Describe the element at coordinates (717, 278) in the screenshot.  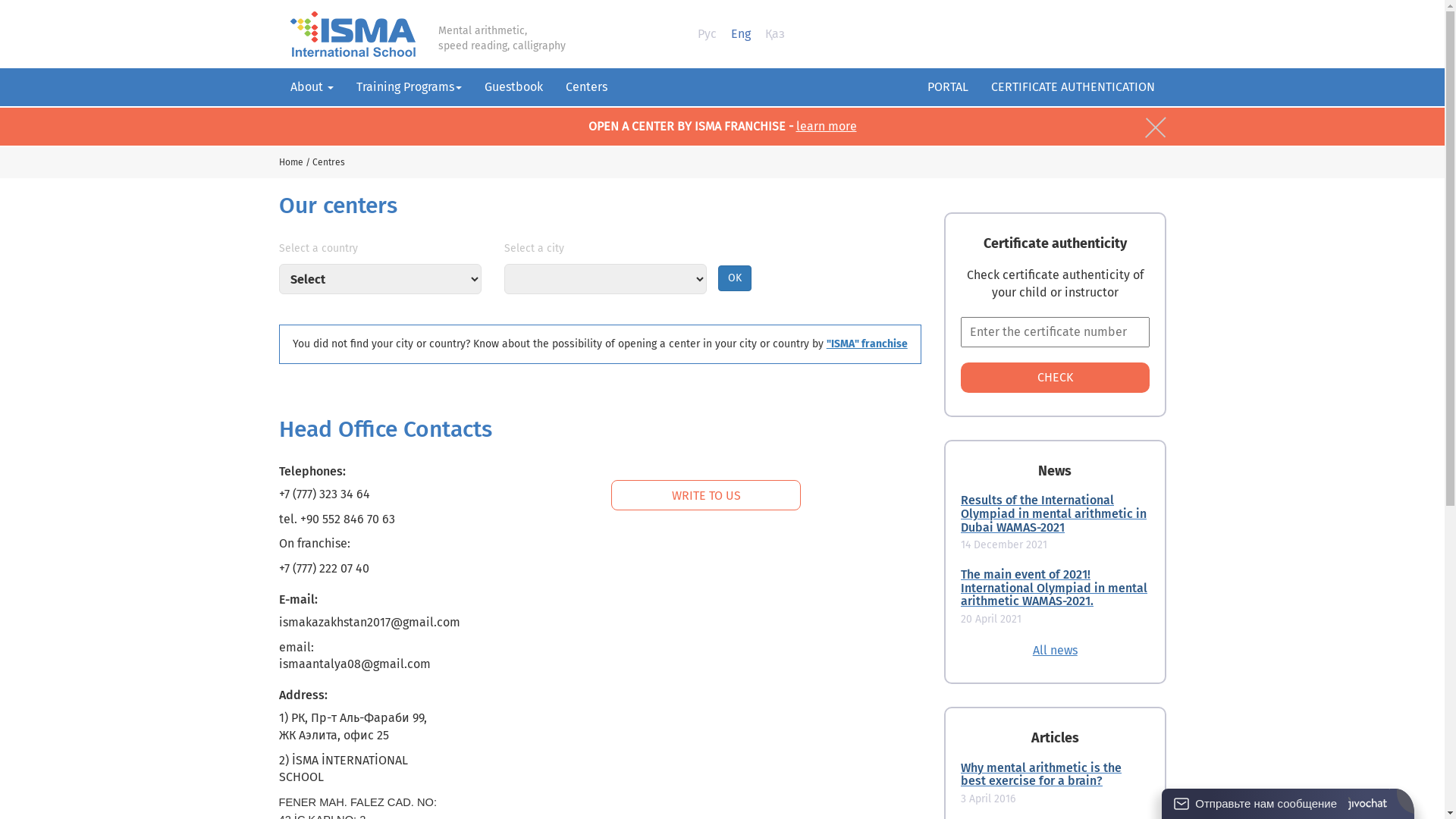
I see `'OK'` at that location.